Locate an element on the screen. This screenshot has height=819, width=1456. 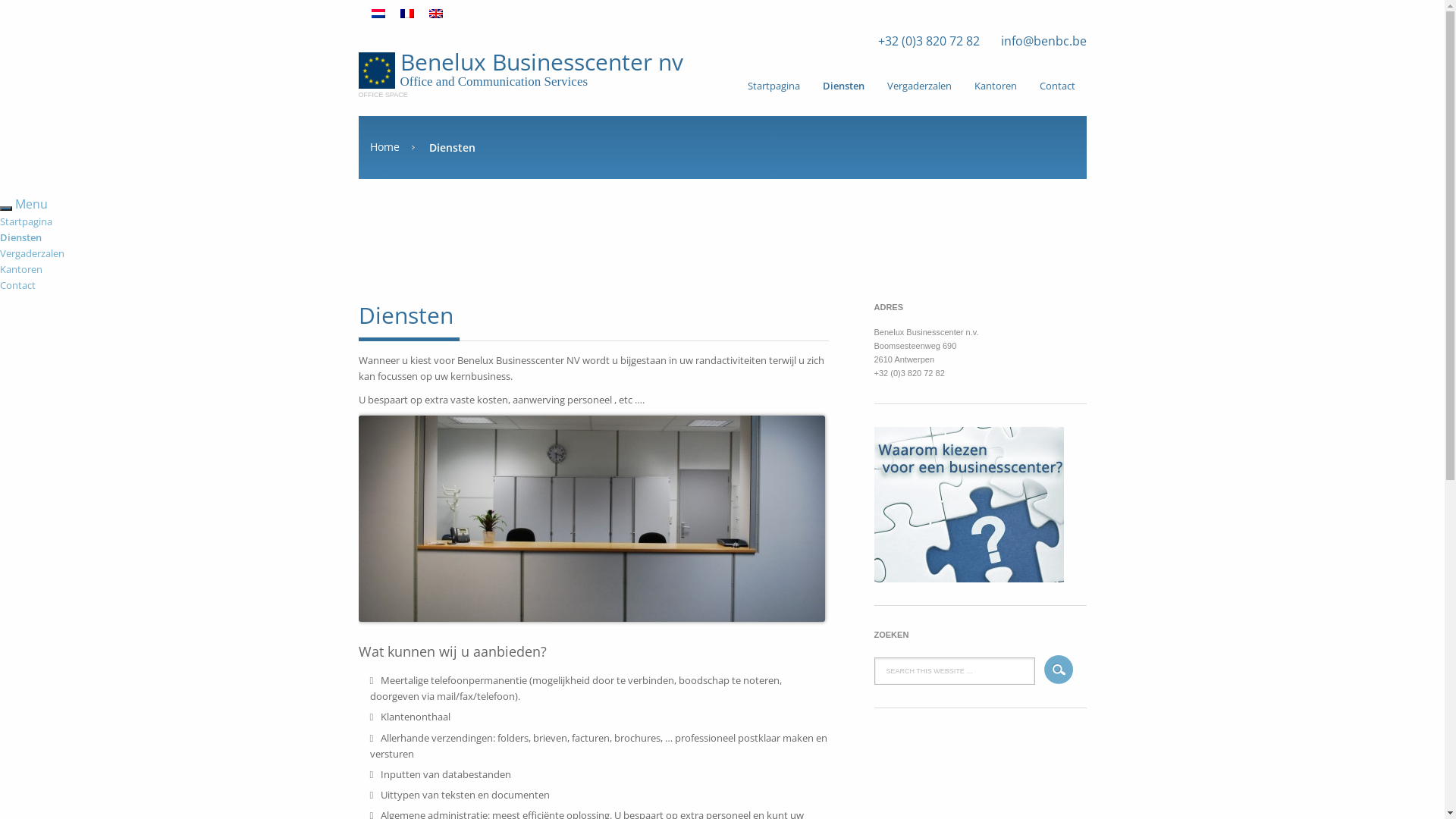
'Vergaderzalen' is located at coordinates (918, 85).